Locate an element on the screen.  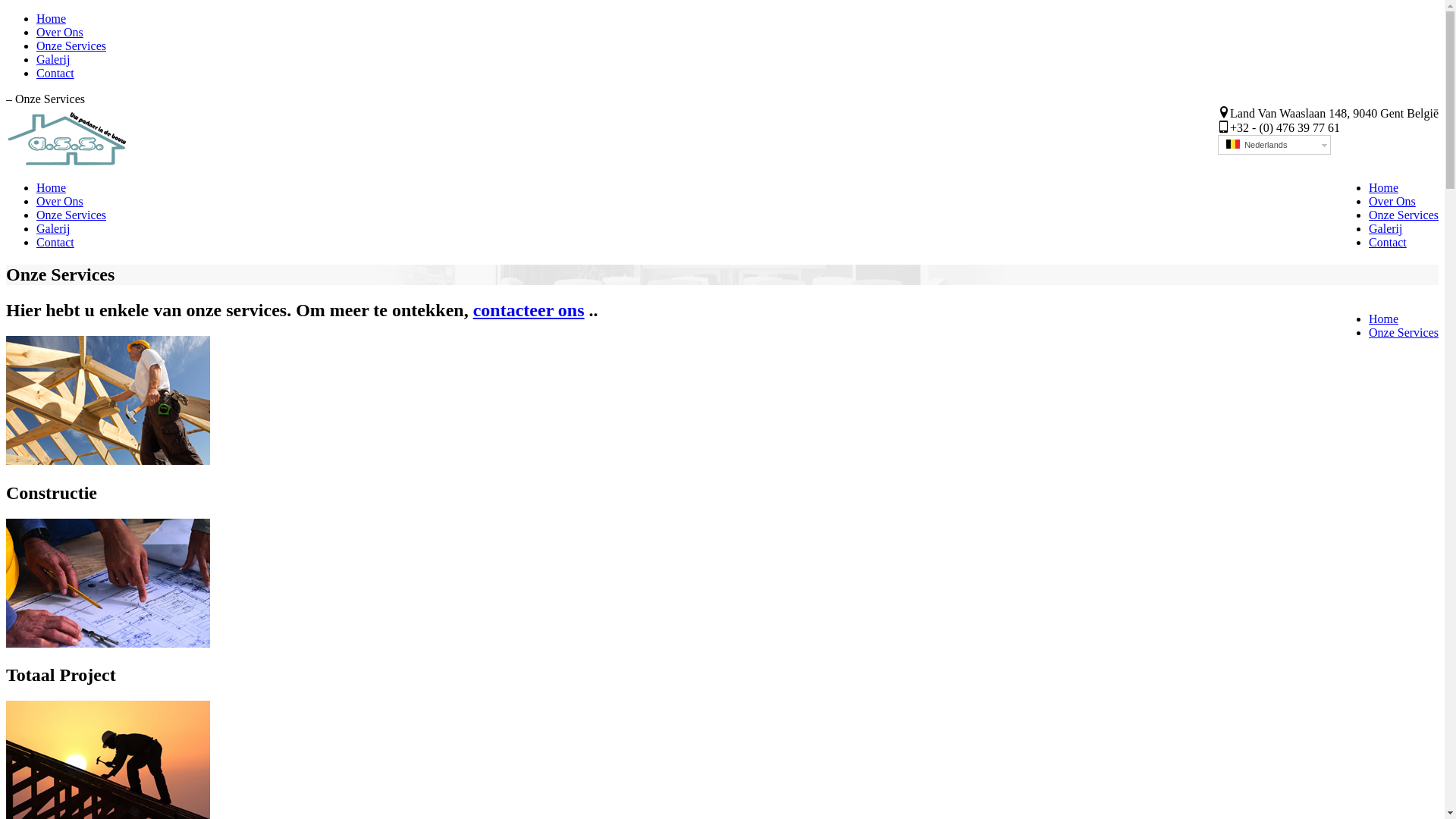
'Contact' is located at coordinates (55, 241).